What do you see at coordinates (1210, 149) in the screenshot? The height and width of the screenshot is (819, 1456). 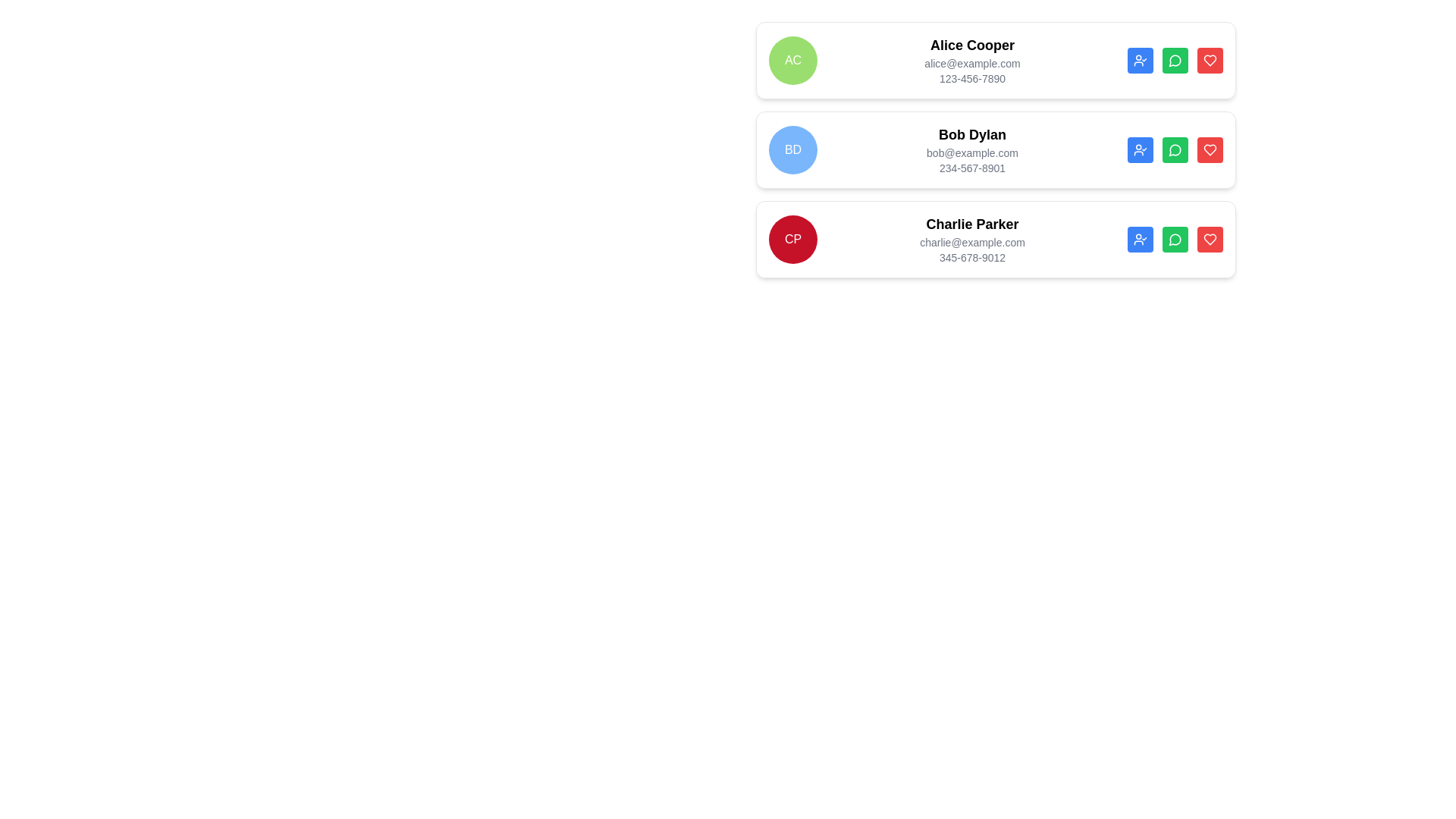 I see `the icon button on the 'Charlie Parker' user card located at the far right end of the interactive buttons` at bounding box center [1210, 149].